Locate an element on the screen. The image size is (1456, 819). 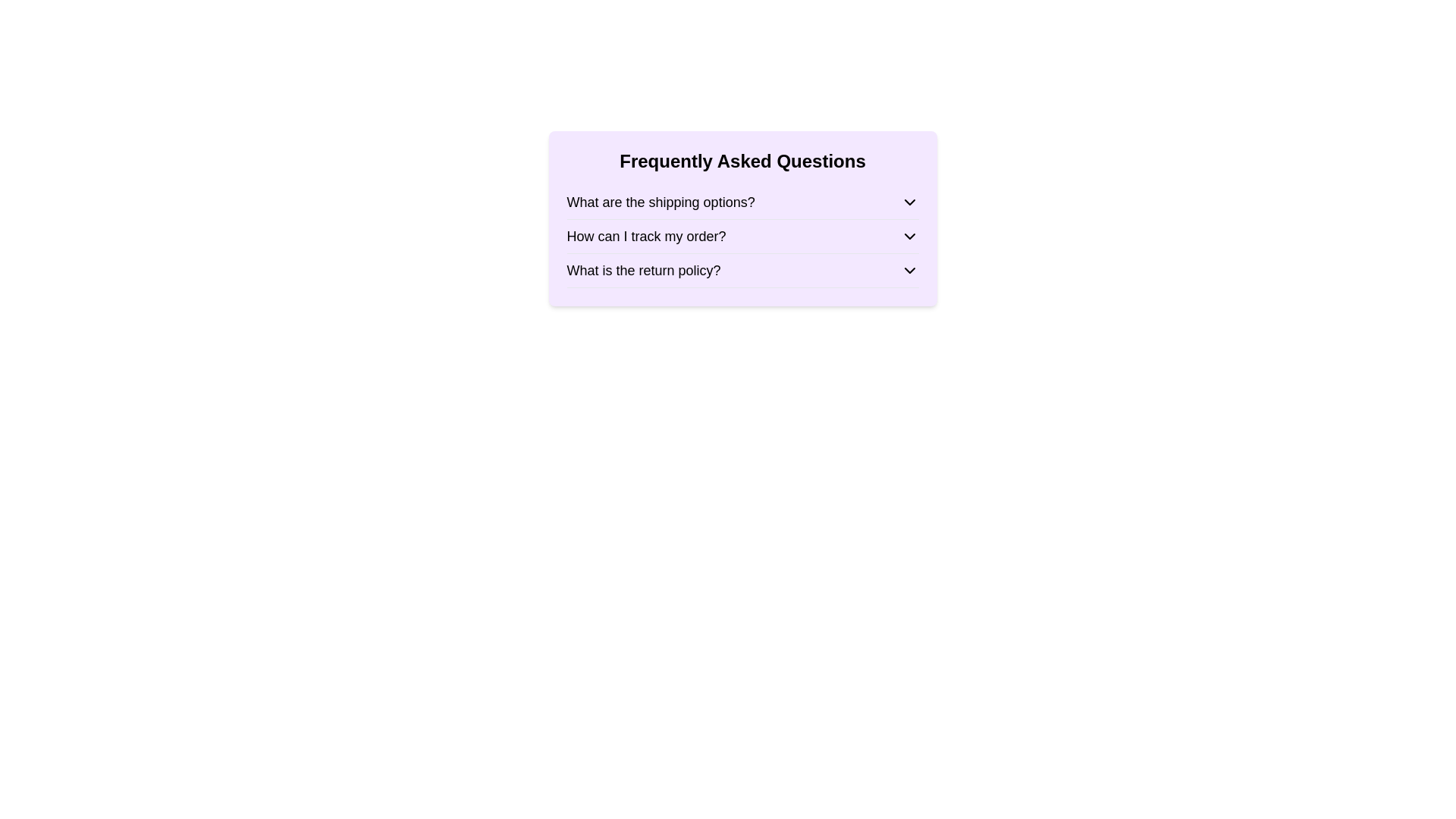
the chevron icon used to expand or collapse the FAQ section for 'What is the return policy?' located in the third row of the FAQ table is located at coordinates (909, 270).